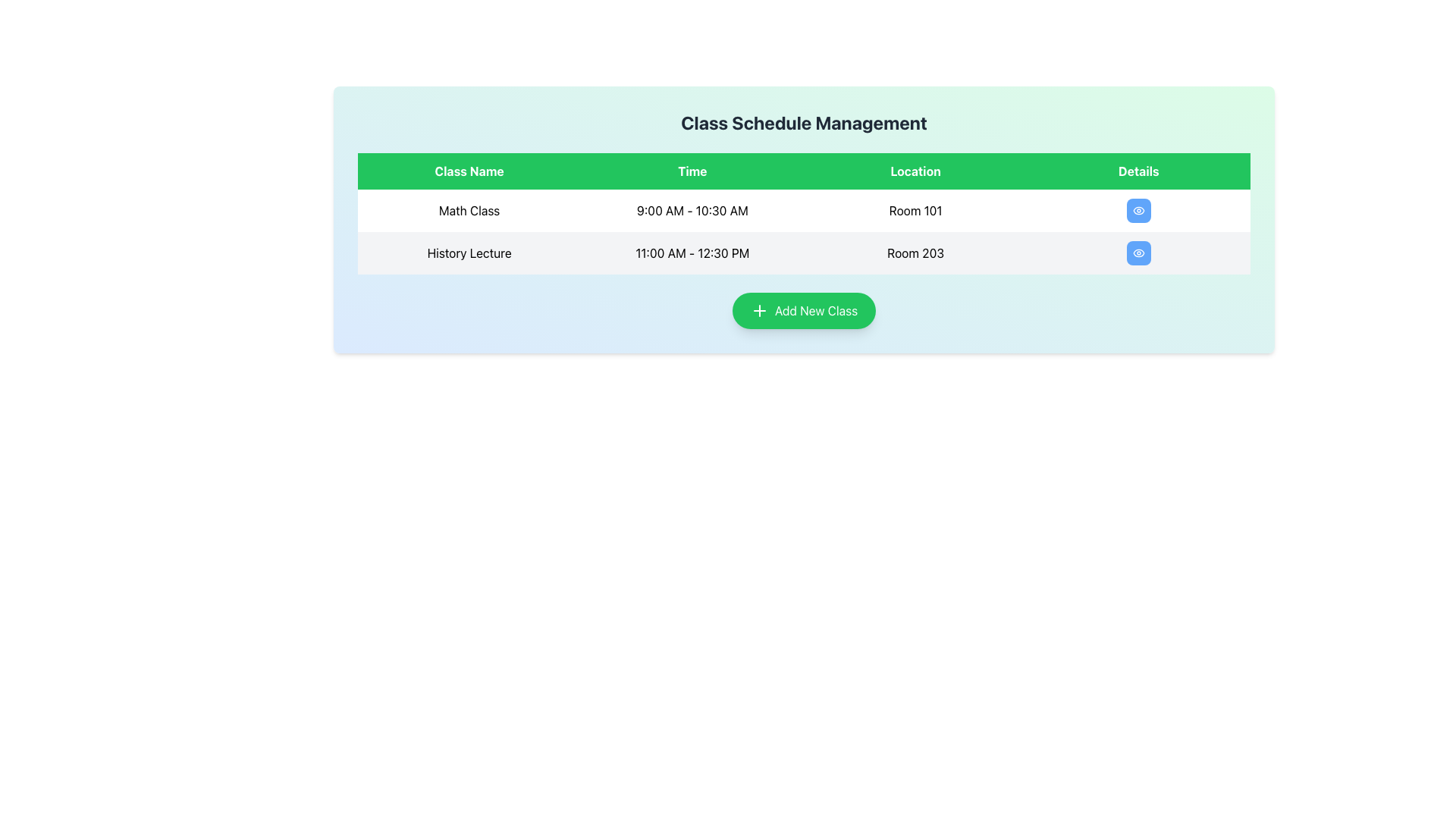 The image size is (1456, 819). I want to click on the 'Class Name' static text header which has a green background and white text, located in the first column of a four-column header row, so click(469, 171).